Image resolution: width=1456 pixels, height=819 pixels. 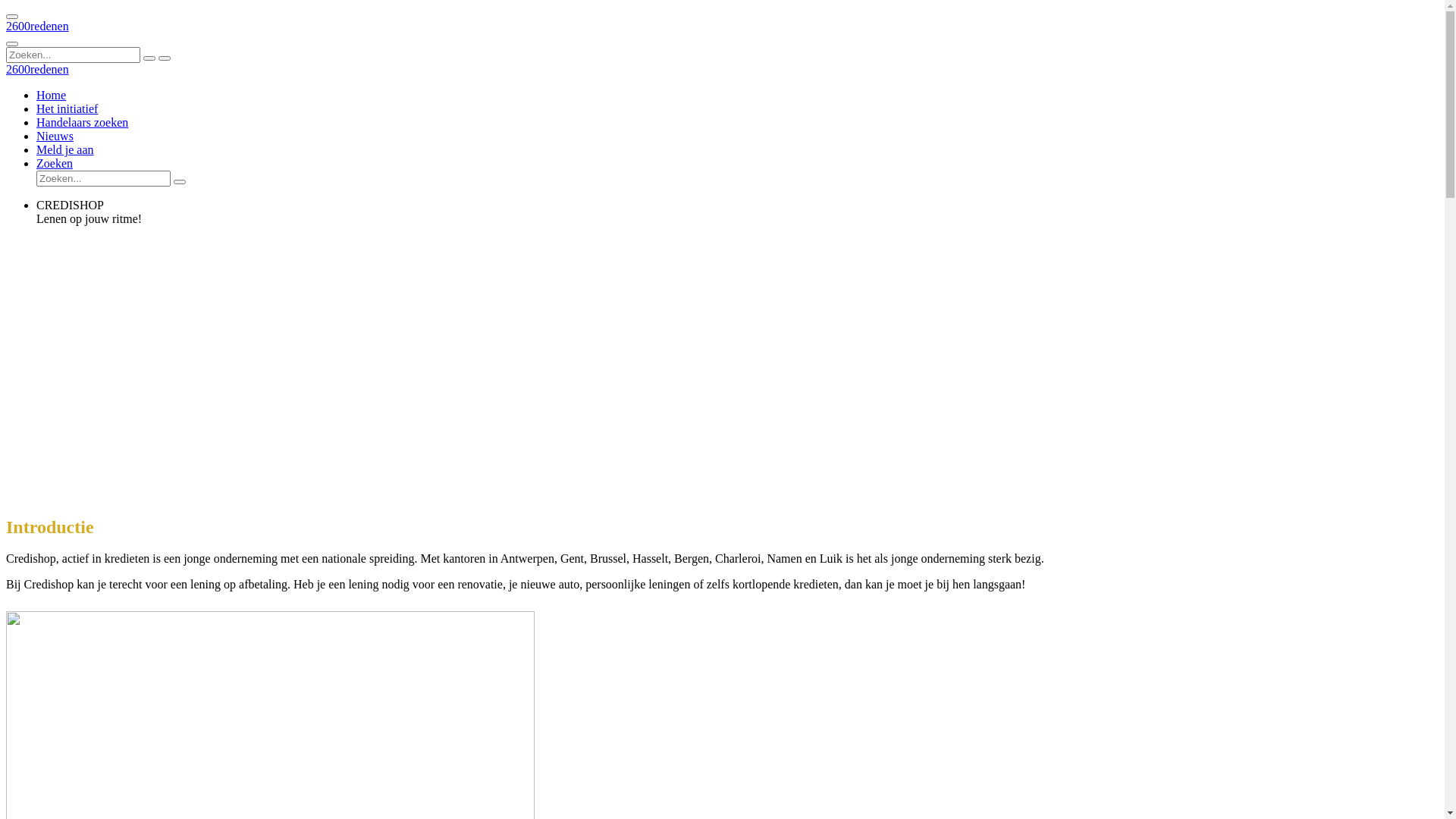 What do you see at coordinates (51, 95) in the screenshot?
I see `'Home'` at bounding box center [51, 95].